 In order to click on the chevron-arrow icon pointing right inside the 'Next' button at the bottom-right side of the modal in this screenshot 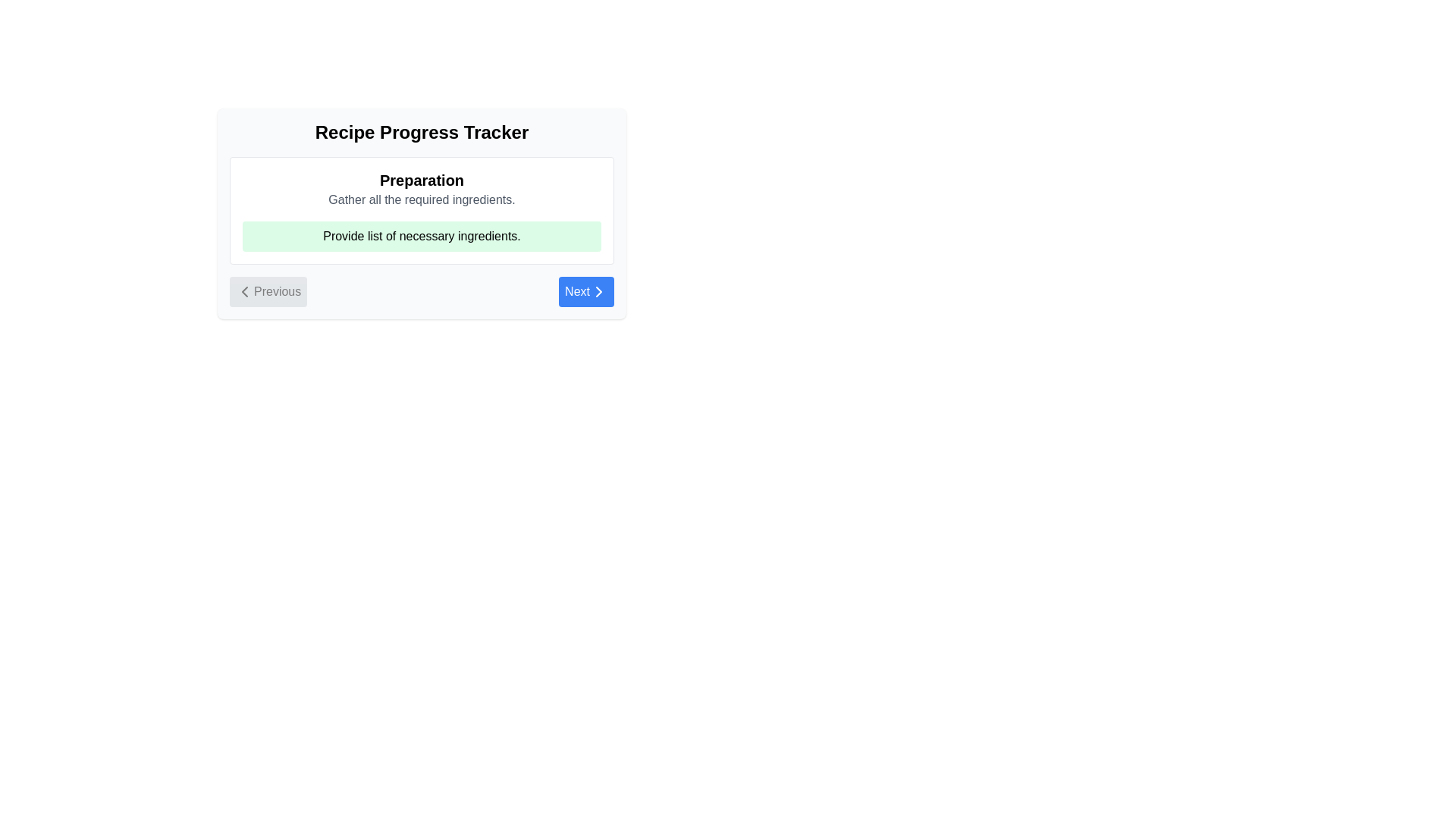, I will do `click(598, 292)`.